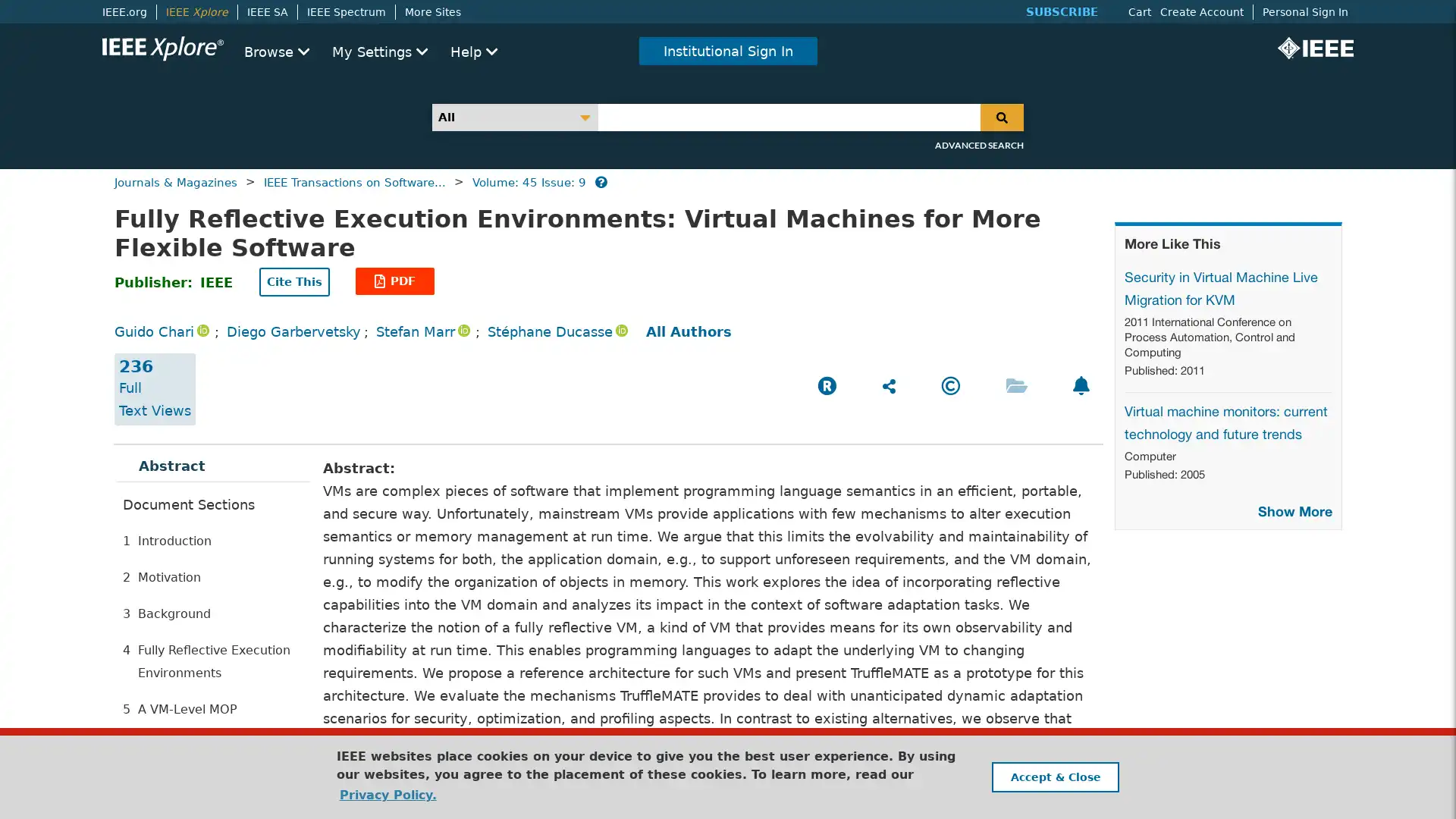 This screenshot has height=819, width=1456. What do you see at coordinates (1002, 116) in the screenshot?
I see `Search` at bounding box center [1002, 116].